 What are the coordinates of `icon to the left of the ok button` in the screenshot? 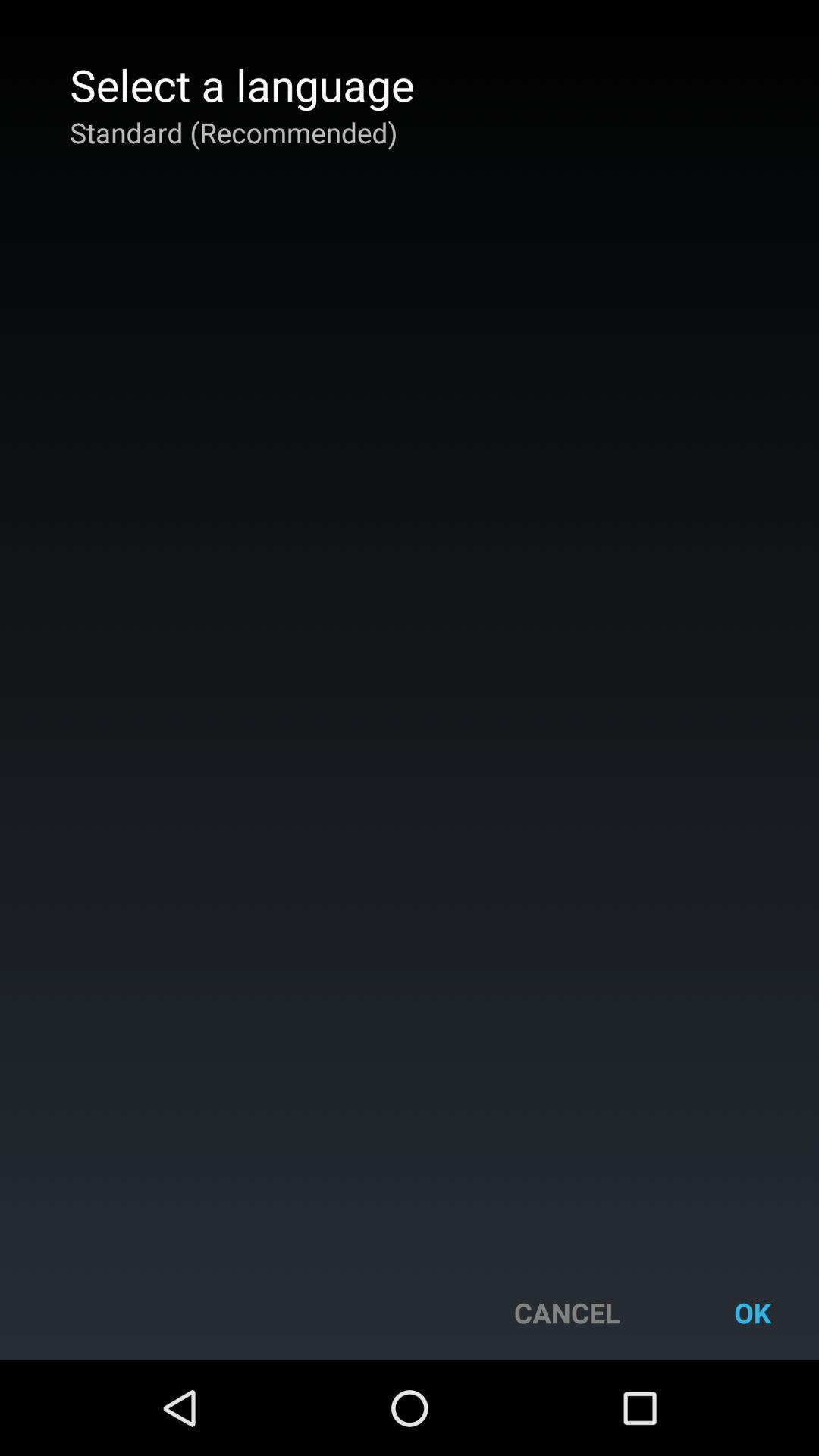 It's located at (566, 1312).